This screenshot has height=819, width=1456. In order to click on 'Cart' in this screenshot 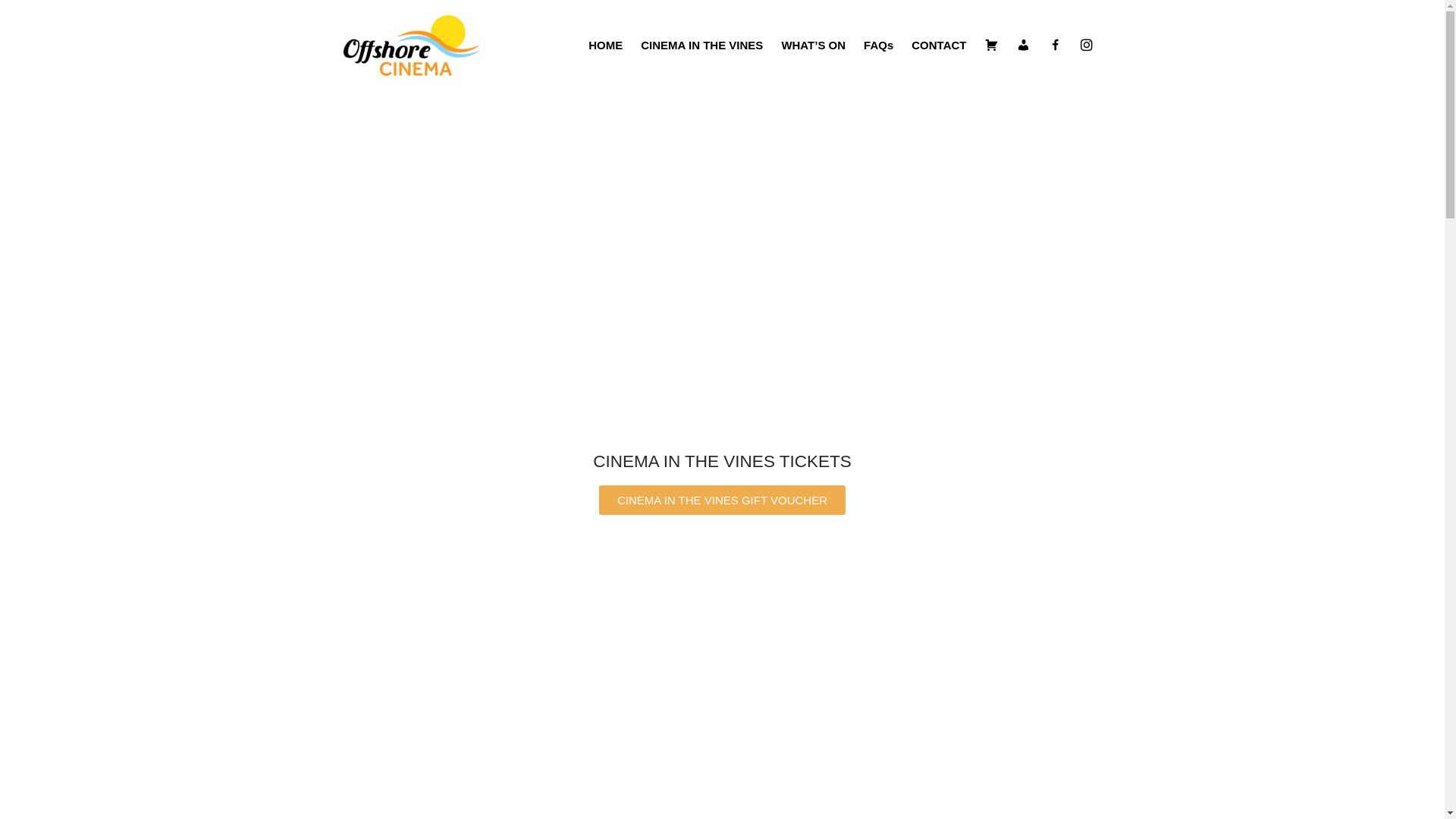, I will do `click(990, 45)`.